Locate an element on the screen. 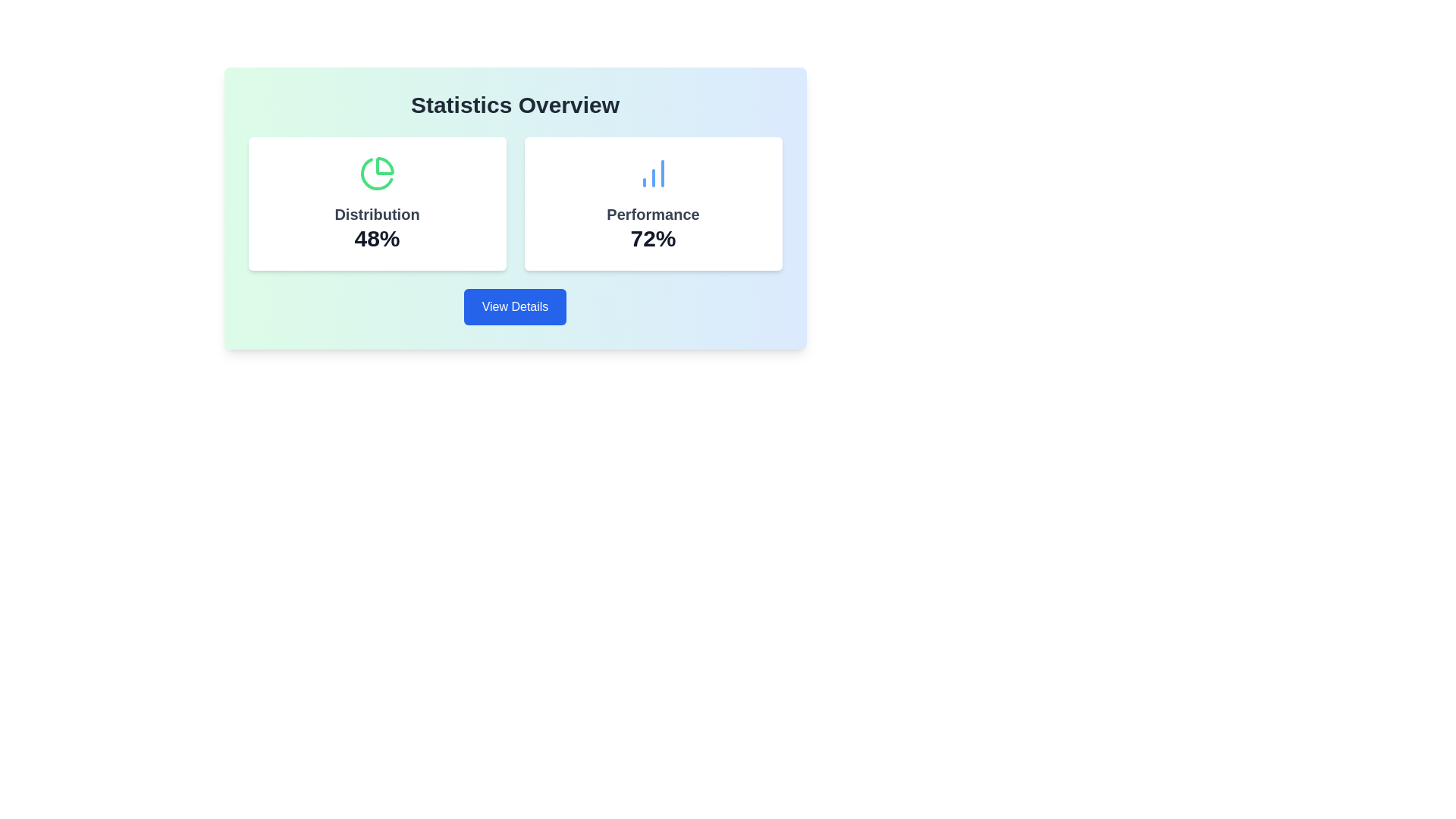  the percentage text element displaying '48%', which is styled in bold and large font, located under the 'Distribution' label, and adjacent to a green pie chart icon is located at coordinates (377, 239).